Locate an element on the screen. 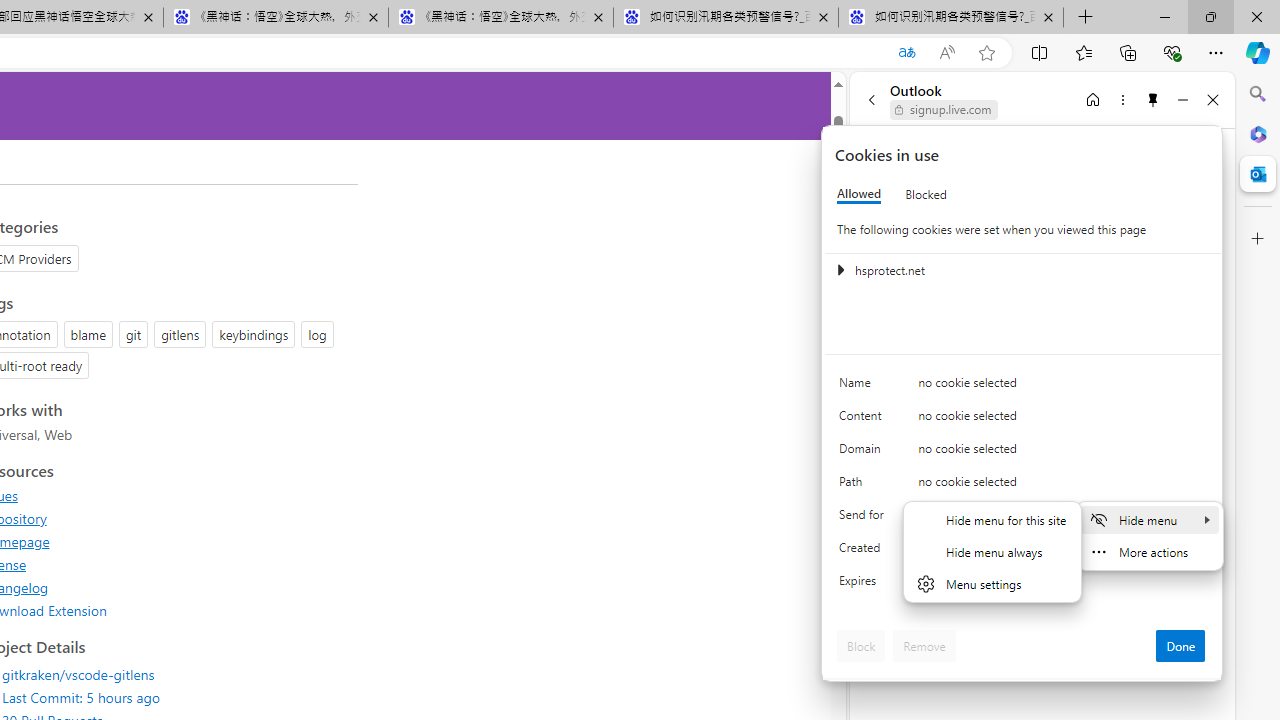 Image resolution: width=1280 pixels, height=720 pixels. 'More actions' is located at coordinates (1149, 551).